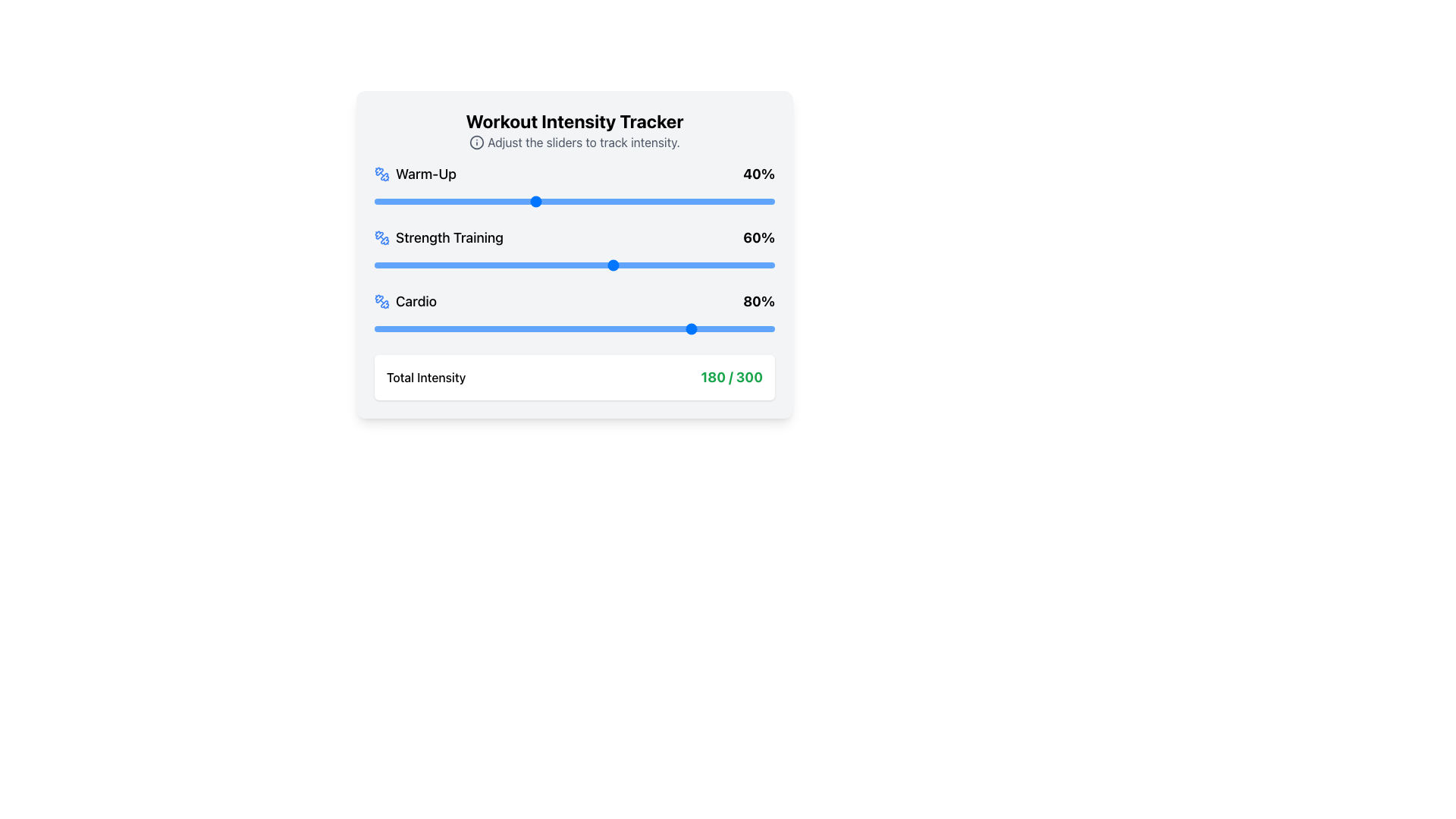  I want to click on the text label reading 'Warm-Up' which is styled with a medium-sized black font and is associated with a blue dumbbell icon, located within the 'Workout Intensity Tracker' interface, so click(415, 174).